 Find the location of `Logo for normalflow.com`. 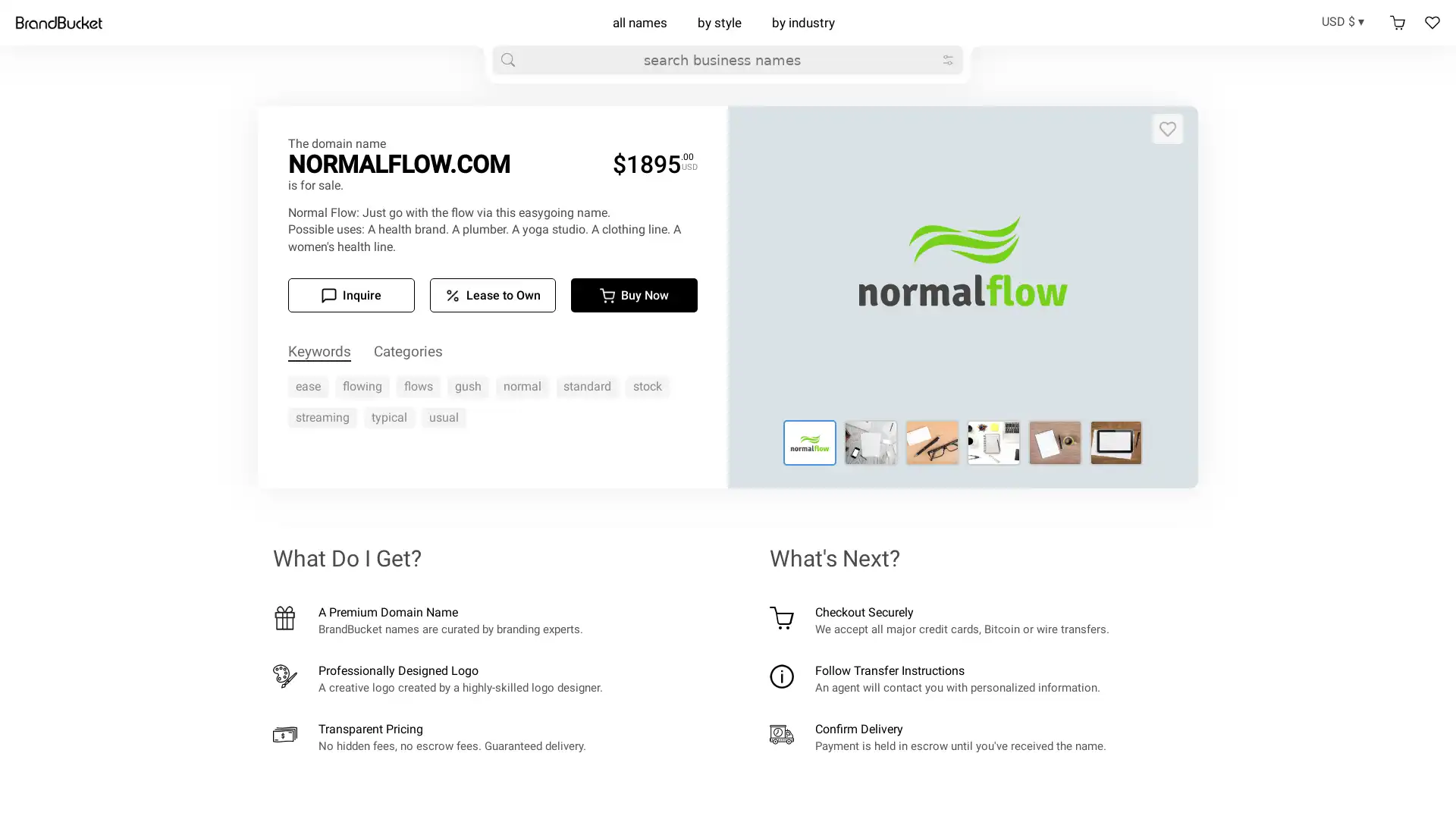

Logo for normalflow.com is located at coordinates (931, 442).